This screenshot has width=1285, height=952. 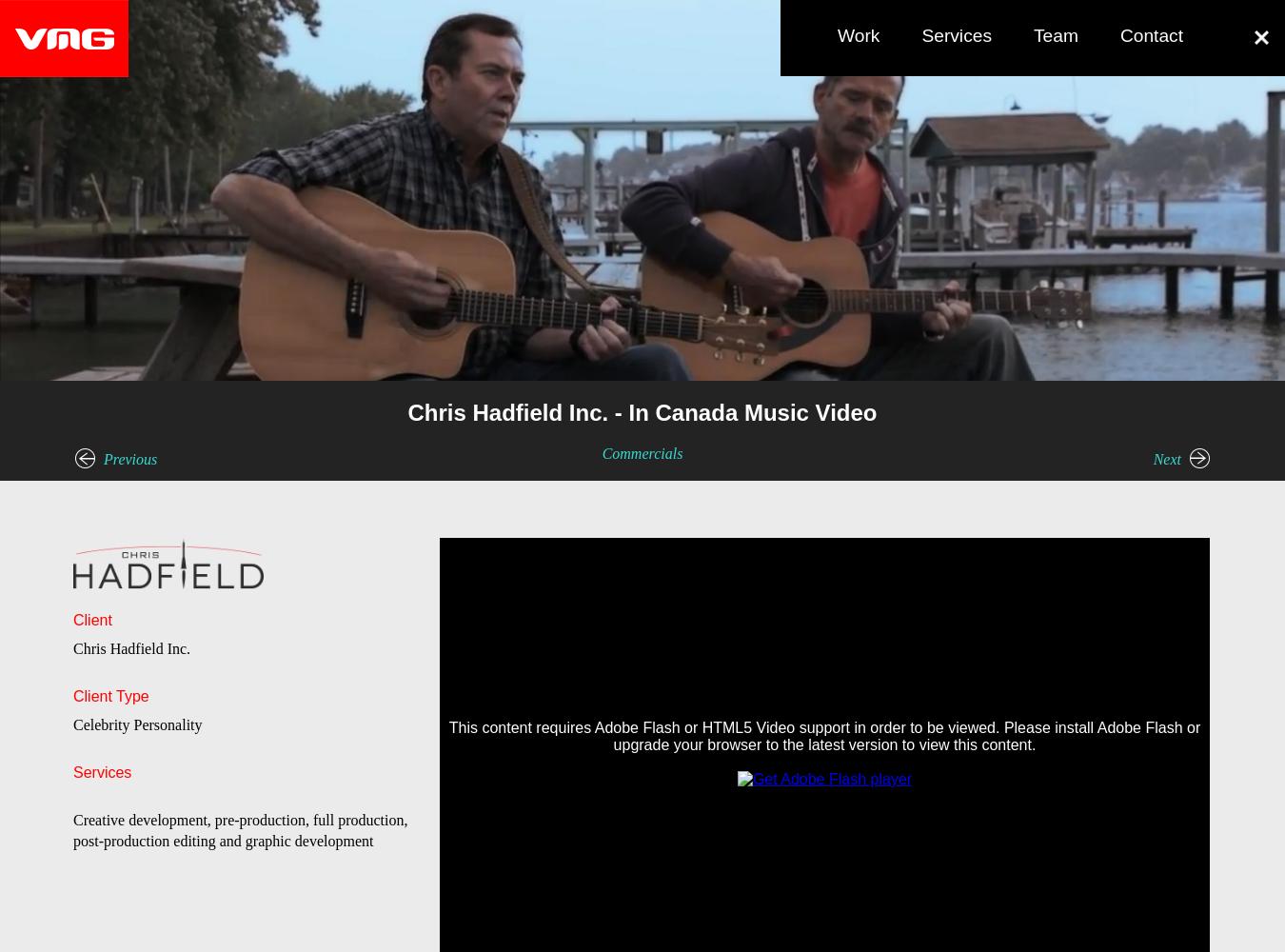 What do you see at coordinates (1165, 458) in the screenshot?
I see `'Next'` at bounding box center [1165, 458].